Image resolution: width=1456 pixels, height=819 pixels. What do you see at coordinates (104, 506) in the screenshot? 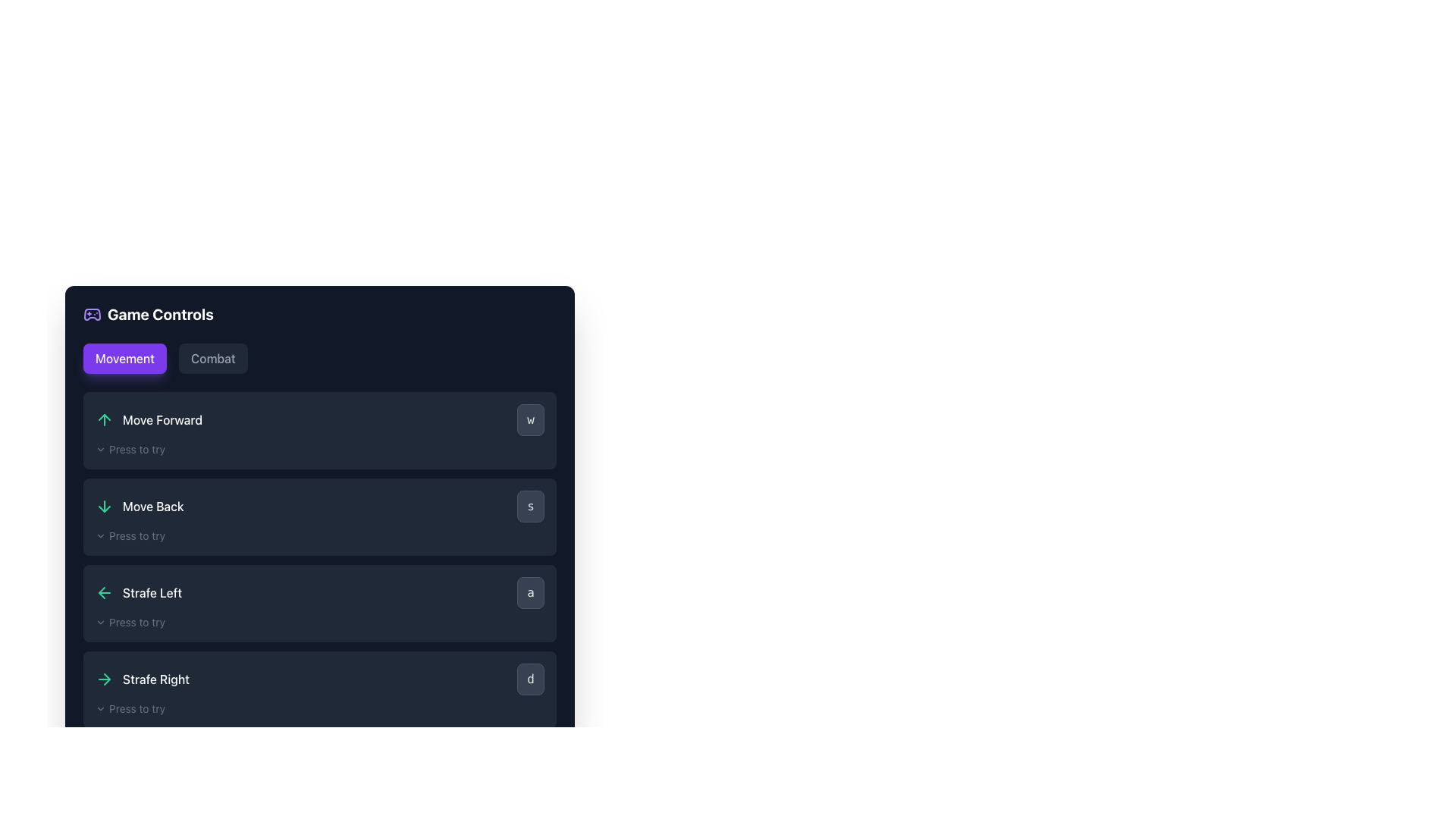
I see `the downward-pointing green arrow icon located next to the 'Move Back' label in the vertical list of controls` at bounding box center [104, 506].